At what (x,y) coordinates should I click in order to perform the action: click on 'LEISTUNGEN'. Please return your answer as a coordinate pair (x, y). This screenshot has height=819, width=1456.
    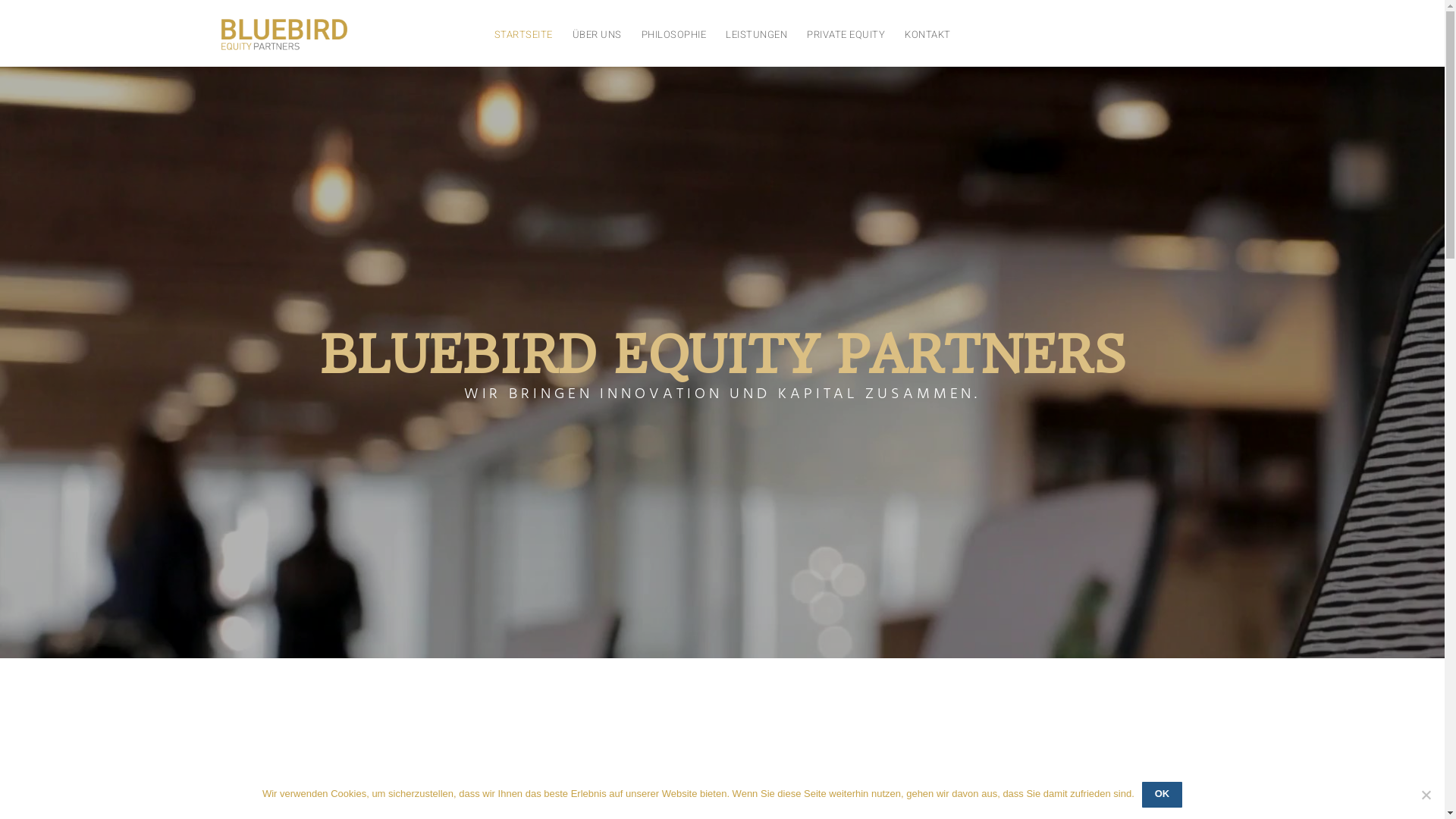
    Looking at the image, I should click on (756, 34).